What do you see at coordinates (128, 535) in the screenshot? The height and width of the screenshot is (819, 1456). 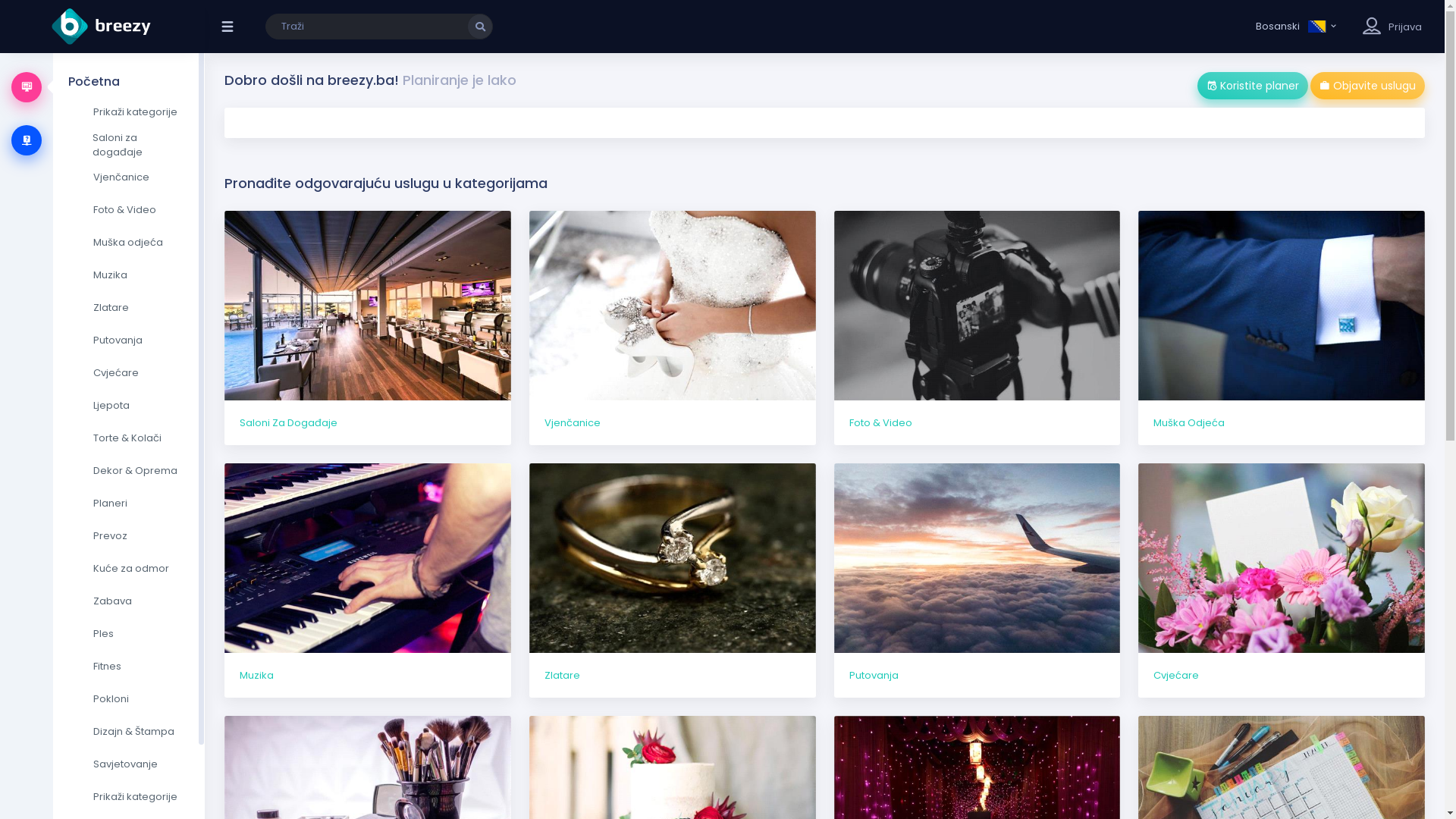 I see `'Prevoz'` at bounding box center [128, 535].